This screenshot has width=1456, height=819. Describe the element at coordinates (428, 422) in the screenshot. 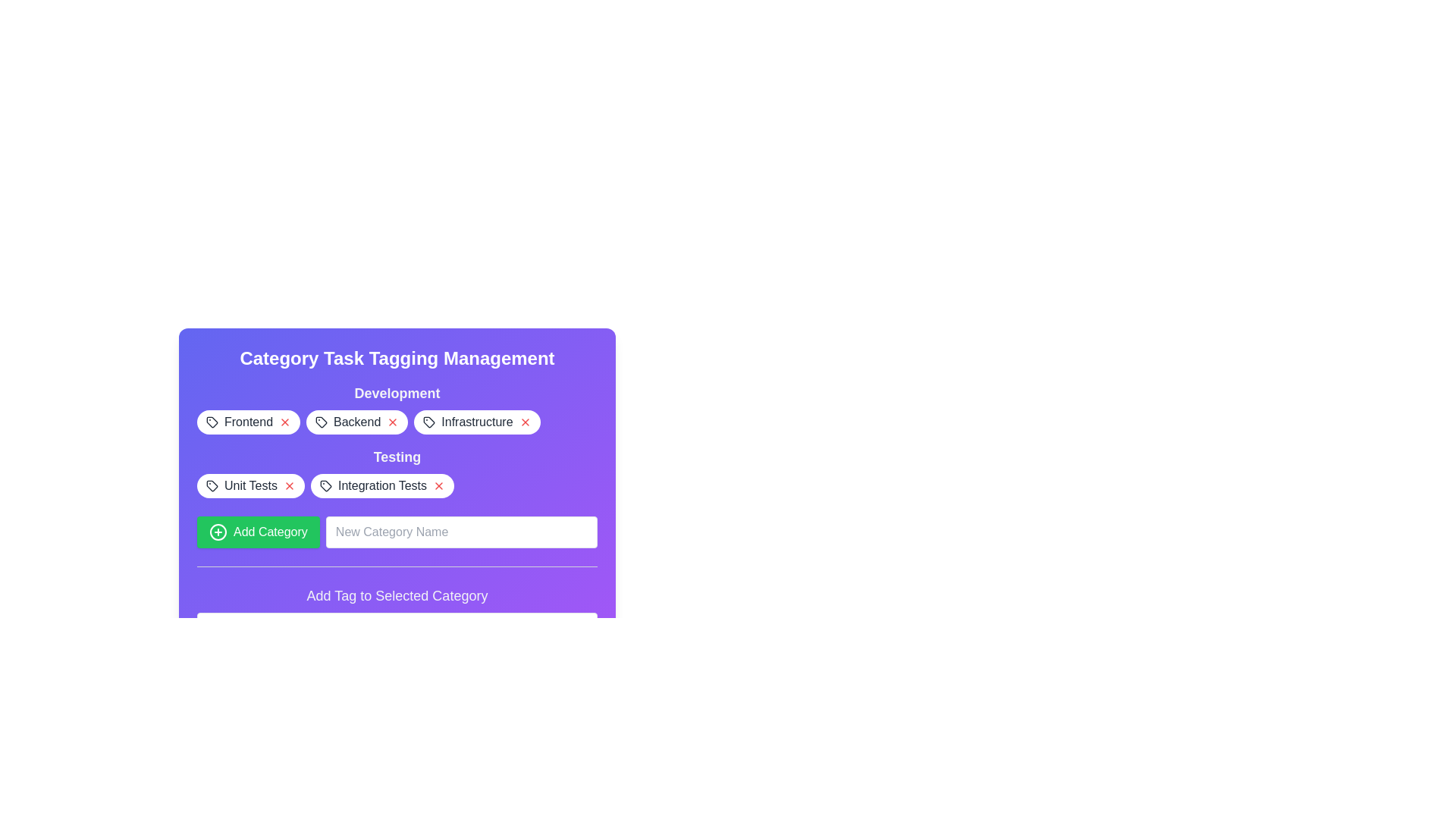

I see `the small tag symbol icon with a black outline located within the 'Infrastructure' label, which is the third item in the Development category section of the 'Category Task Tagging Management.'` at that location.